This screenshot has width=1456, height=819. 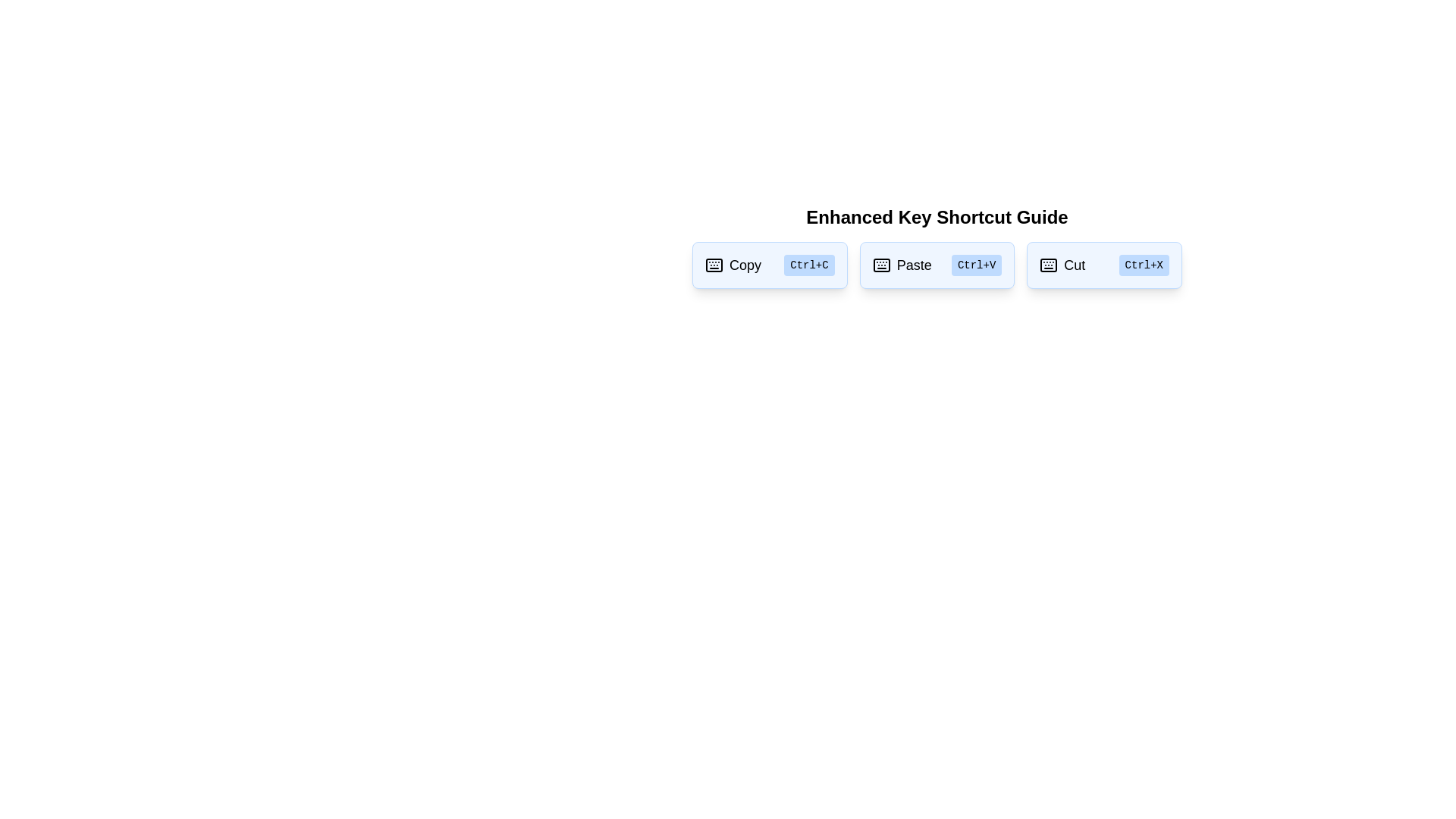 I want to click on the 'Paste' label, which is styled with a modern font and positioned between the 'Copy' and 'Cut' labels, next to a keyboard icon for context, so click(x=913, y=265).